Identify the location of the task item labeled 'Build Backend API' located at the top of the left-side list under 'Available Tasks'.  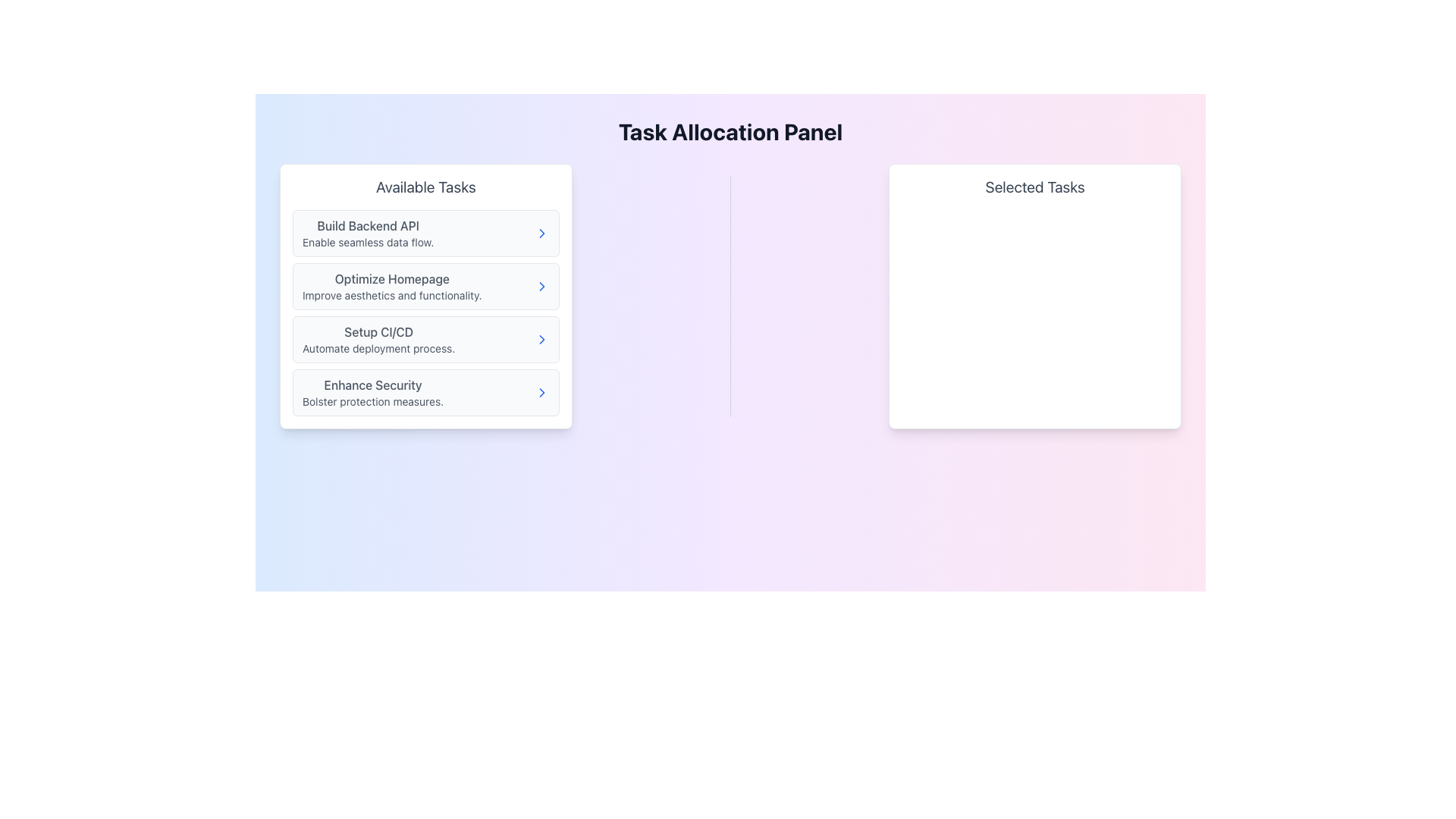
(368, 234).